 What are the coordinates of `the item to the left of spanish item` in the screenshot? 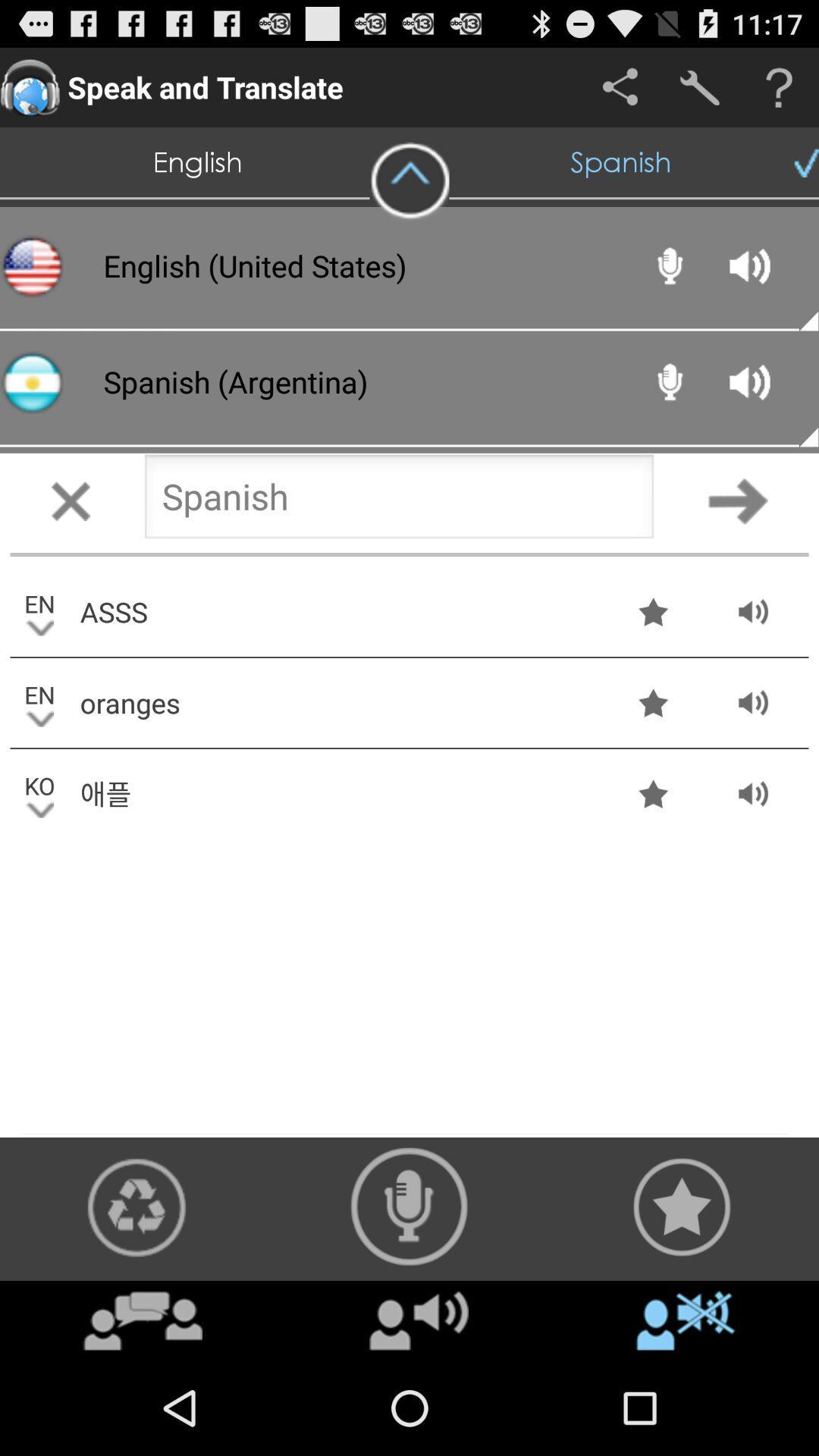 It's located at (409, 181).